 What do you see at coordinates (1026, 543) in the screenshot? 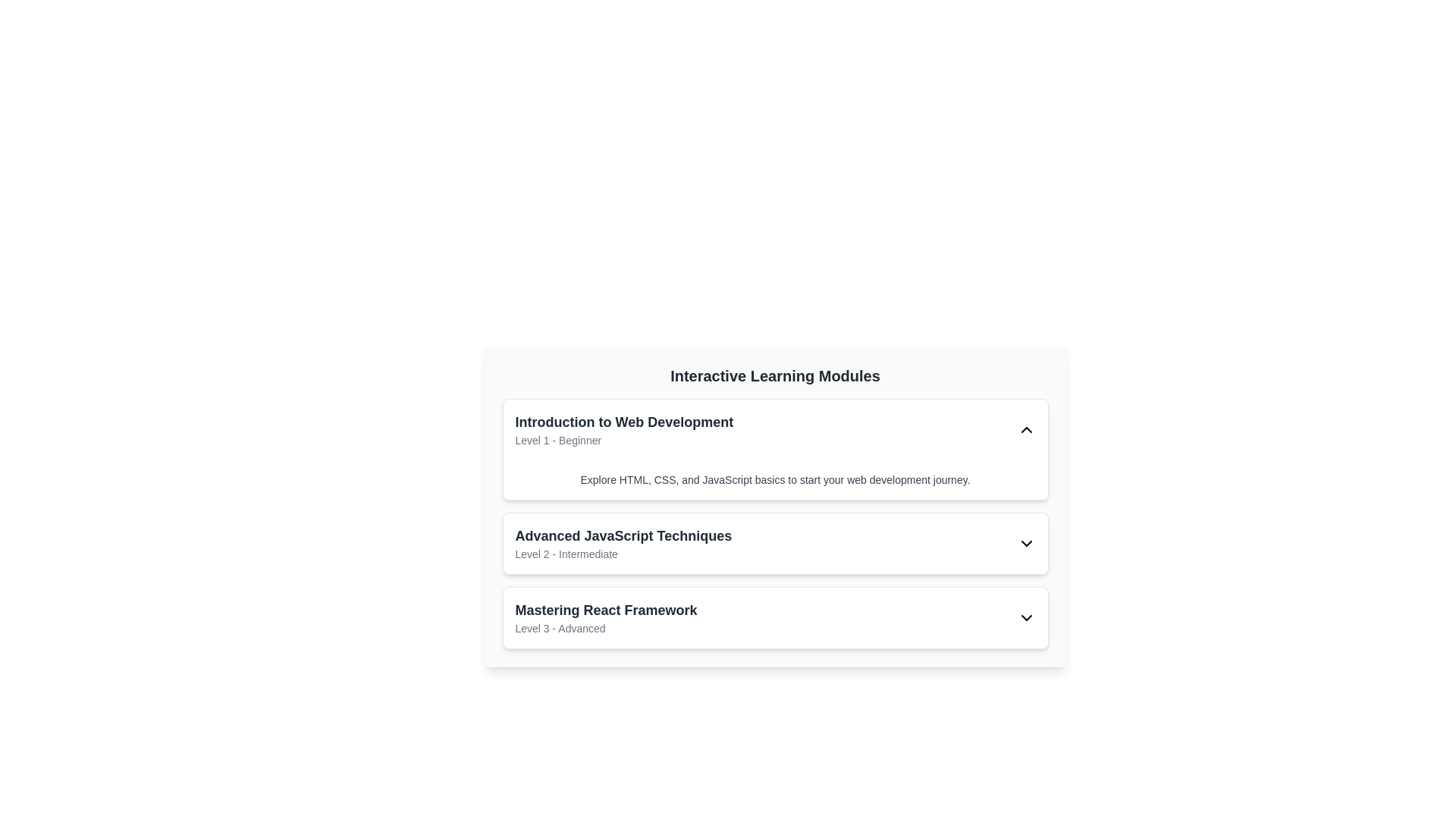
I see `the chevron-shaped dropdown toggle icon in black, located at the far right of the 'Advanced JavaScript Techniques' card` at bounding box center [1026, 543].